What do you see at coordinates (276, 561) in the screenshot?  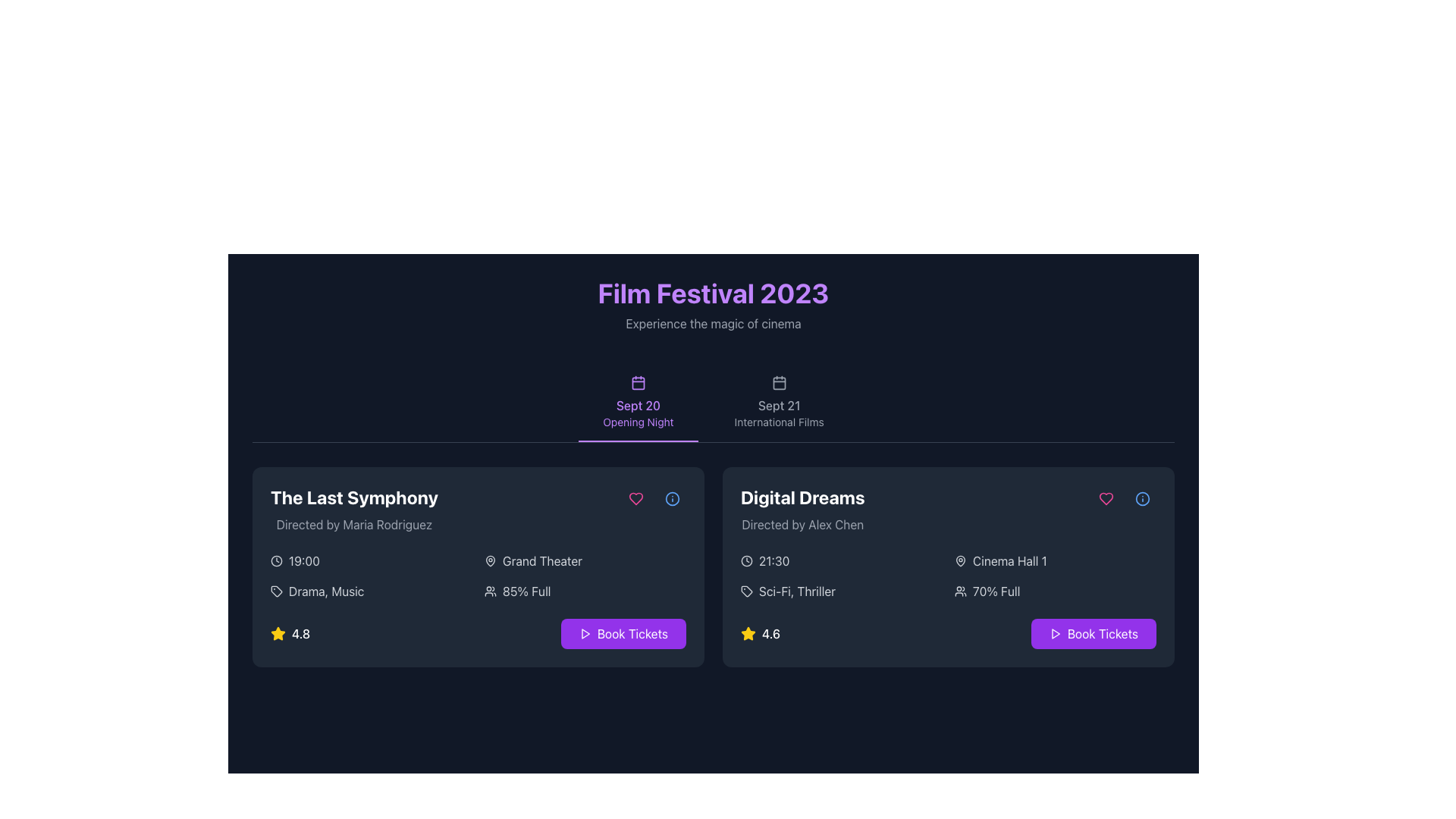 I see `the circular face of the clock icon located in the top-left portion of the card describing the event 'The Last Symphony'` at bounding box center [276, 561].